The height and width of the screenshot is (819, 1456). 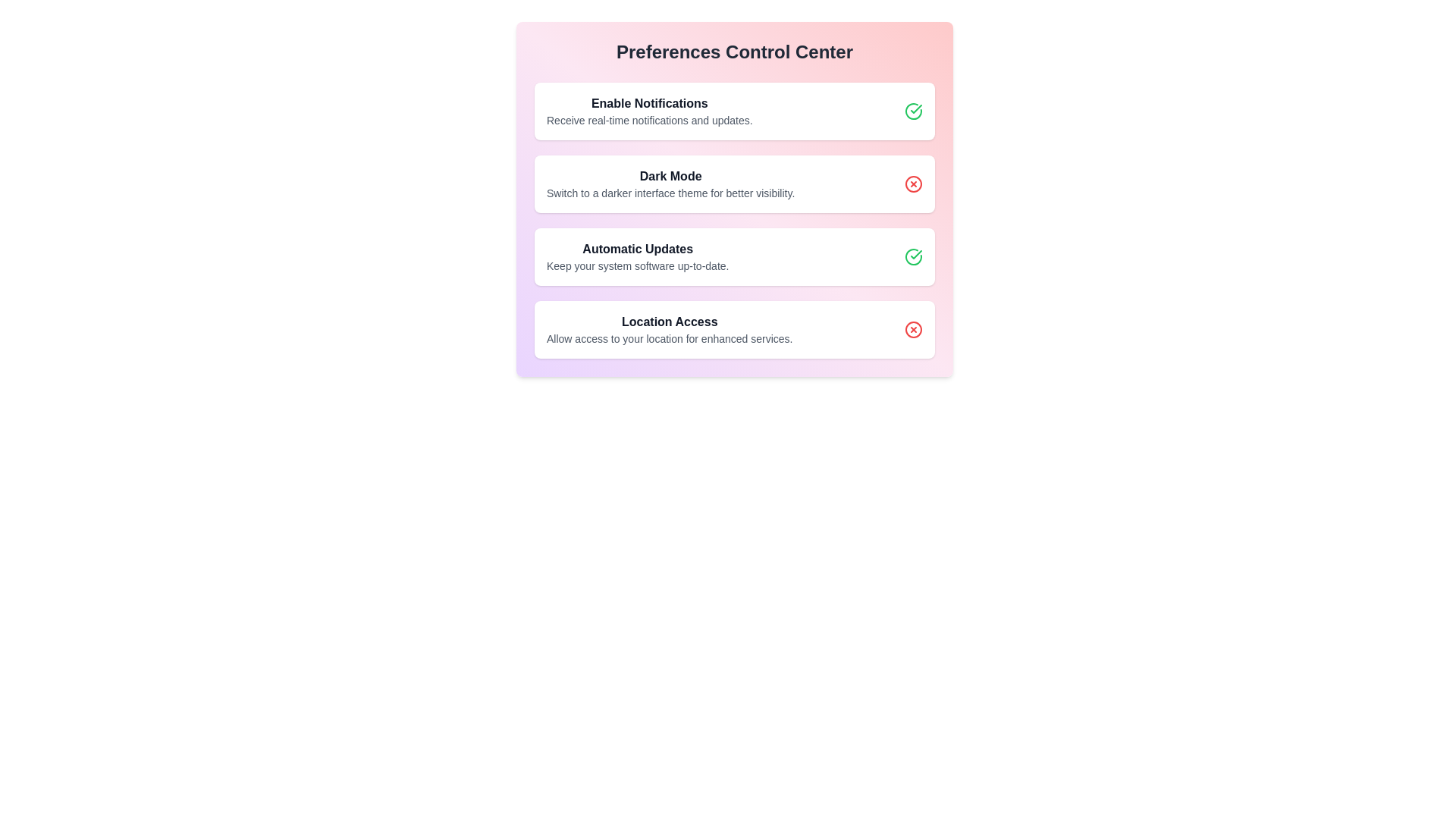 What do you see at coordinates (669, 329) in the screenshot?
I see `descriptive text block that contains 'Location Access' and 'Allow access to your location for enhanced services.' located in the Preferences Control Center modal, under the Automatic Updates section` at bounding box center [669, 329].